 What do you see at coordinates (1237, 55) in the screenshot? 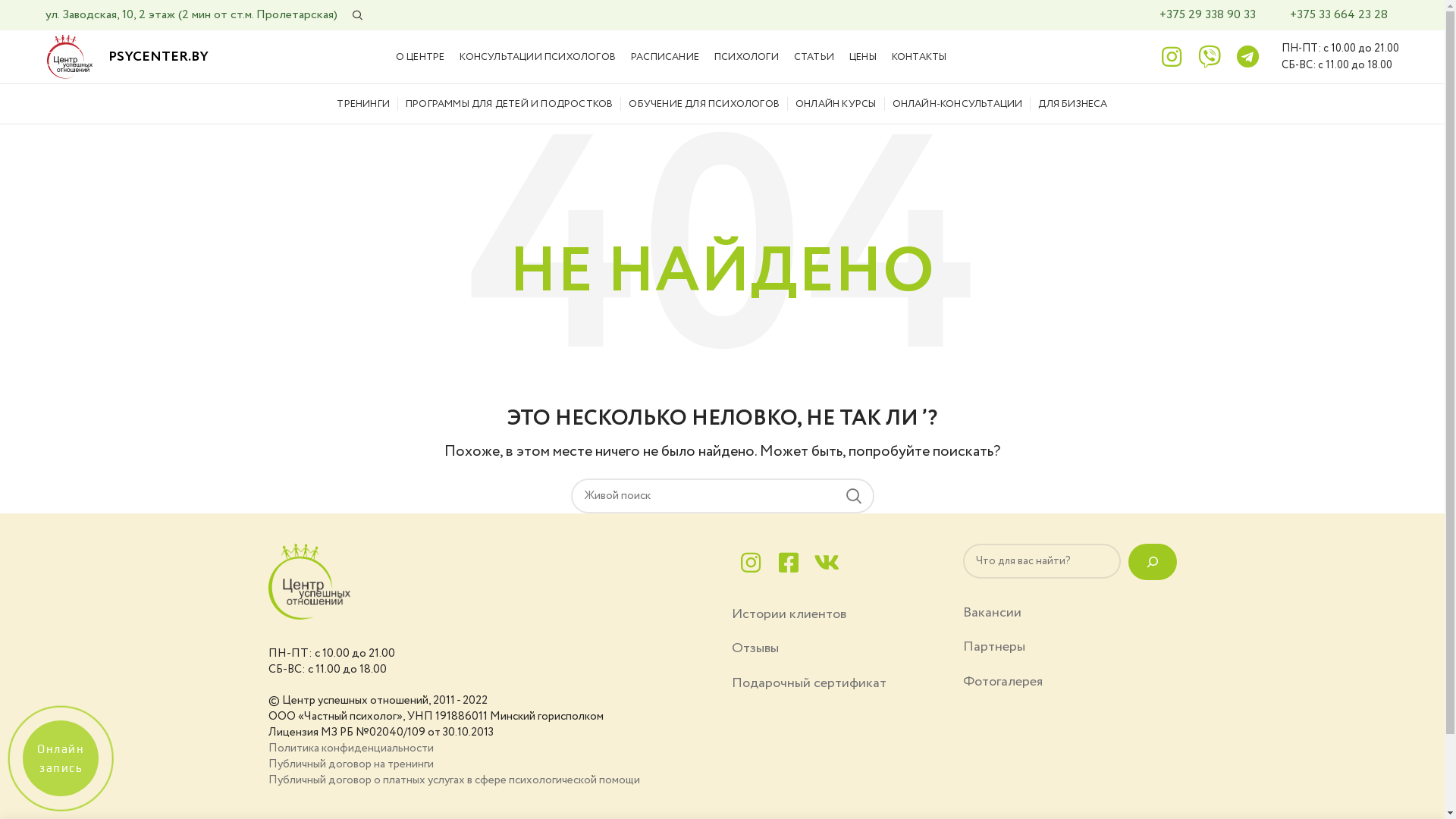
I see `'telegram'` at bounding box center [1237, 55].